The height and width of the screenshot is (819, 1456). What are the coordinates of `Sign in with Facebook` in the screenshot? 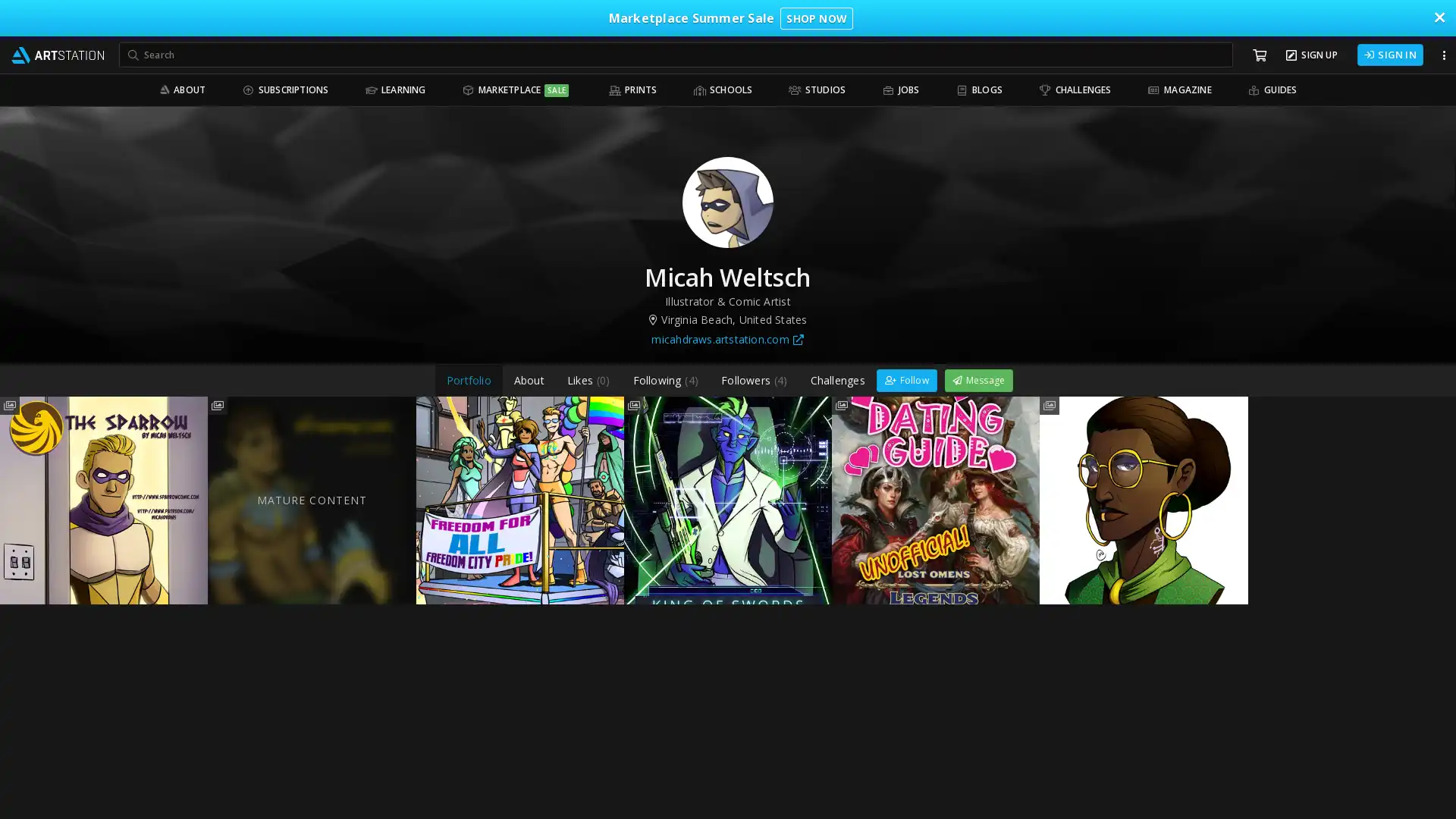 It's located at (831, 16).